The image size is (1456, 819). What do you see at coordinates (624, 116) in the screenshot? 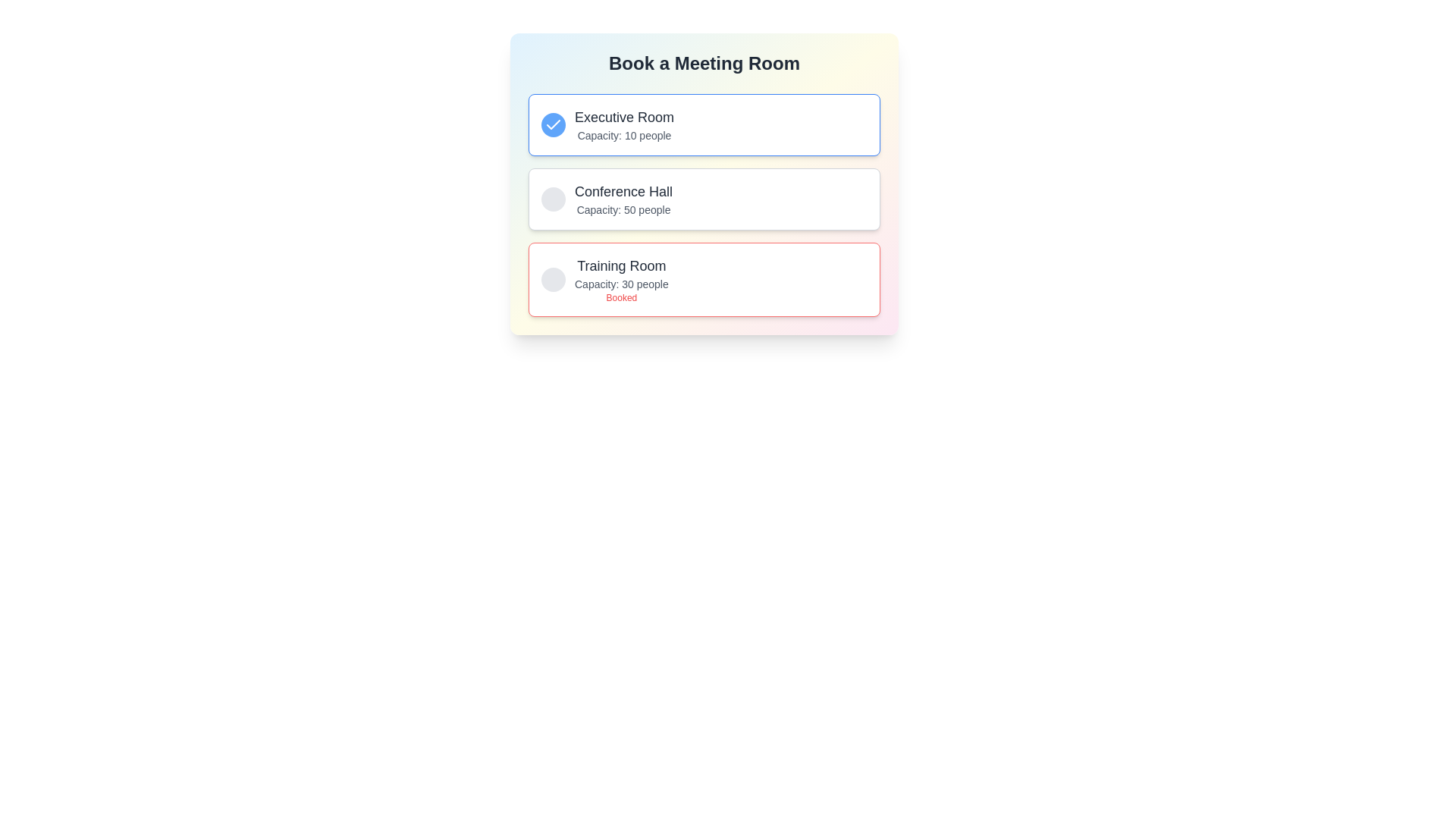
I see `the 'Executive Room' text label, which is a bold, dark gray label located at the top of the first meeting room selection card` at bounding box center [624, 116].